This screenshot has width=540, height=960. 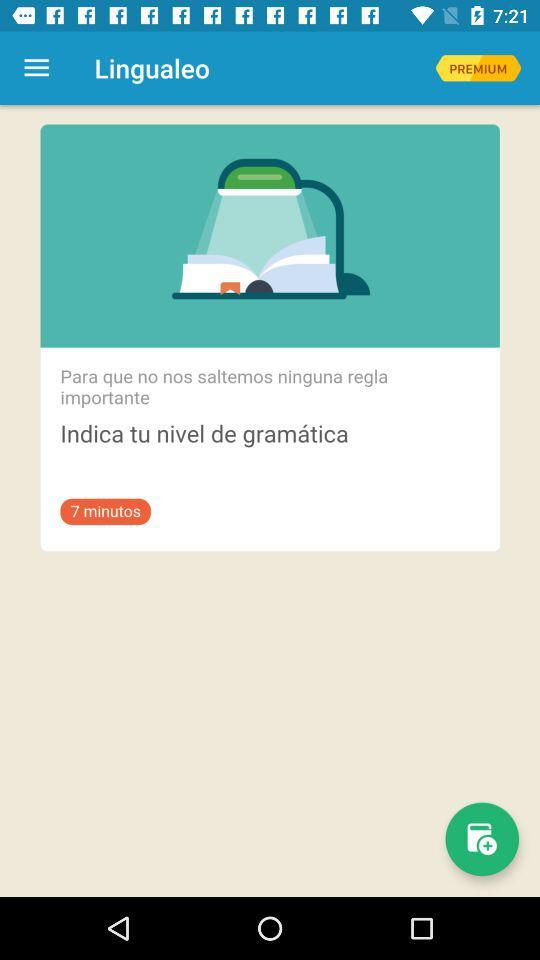 I want to click on option, so click(x=477, y=68).